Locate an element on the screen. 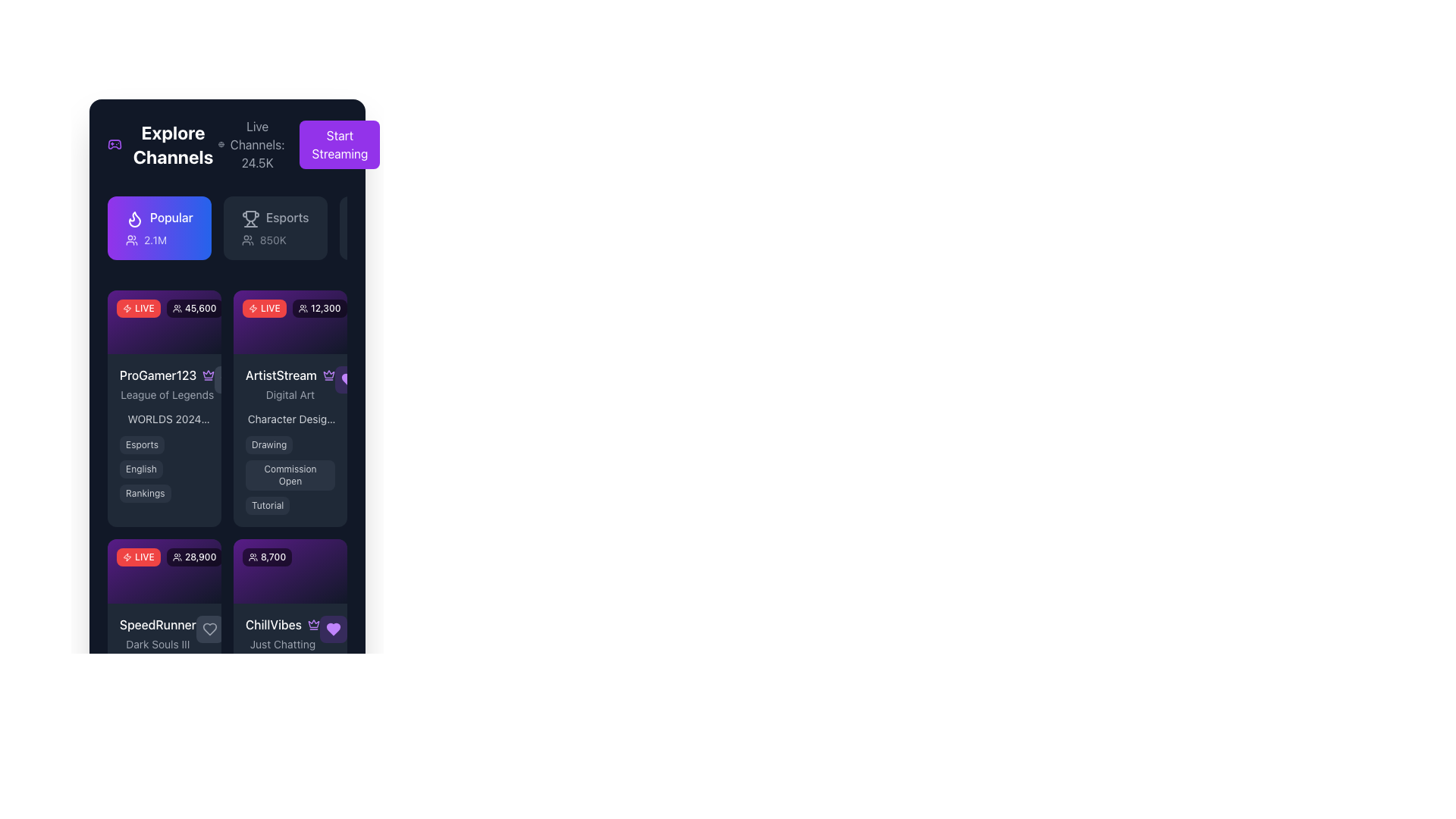  the label element representing 'ChillVibesJust Chatting' located in the second row and second column of the content grid is located at coordinates (283, 624).